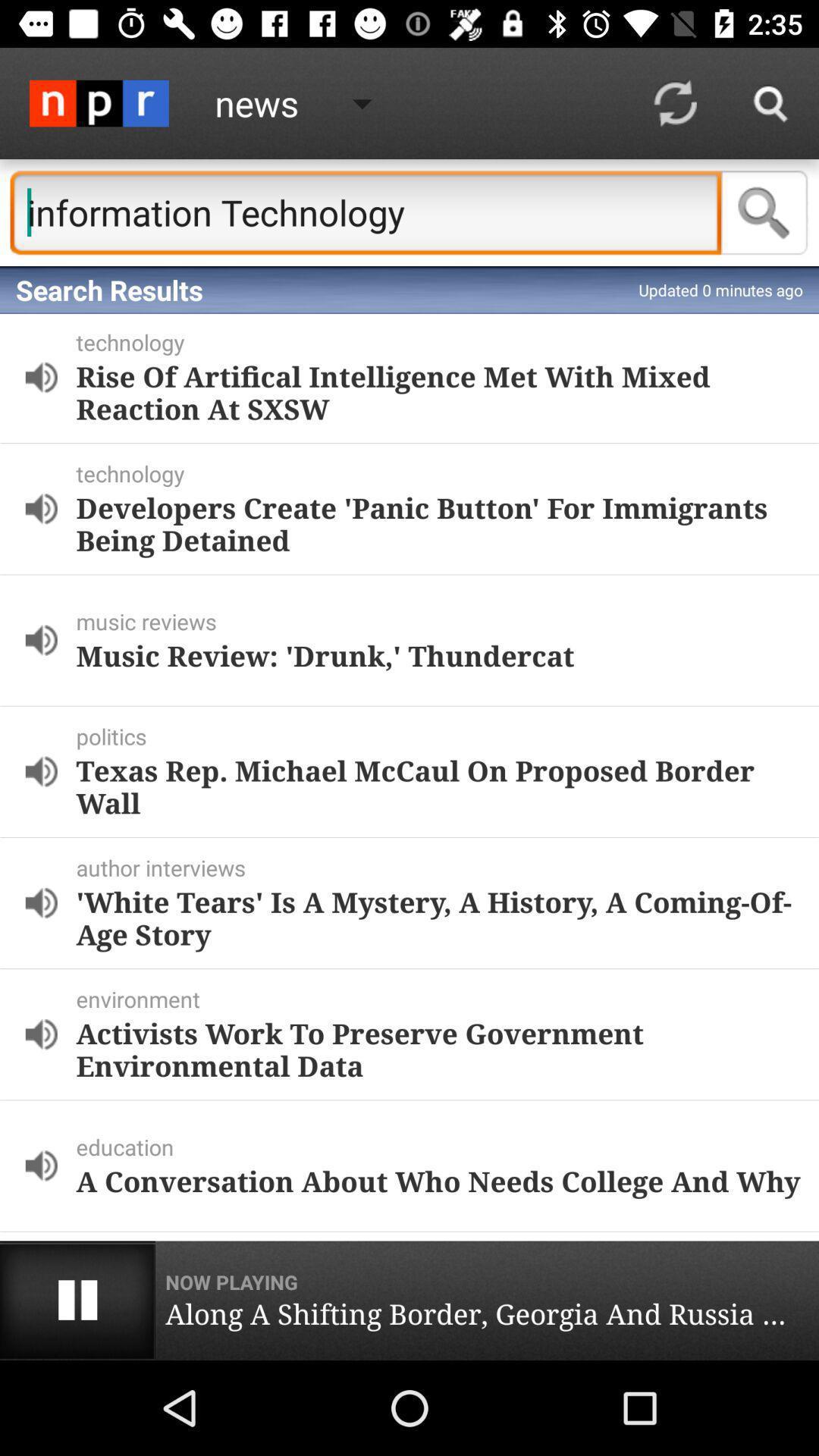 This screenshot has height=1456, width=819. Describe the element at coordinates (444, 1147) in the screenshot. I see `the icon below the activists work to icon` at that location.